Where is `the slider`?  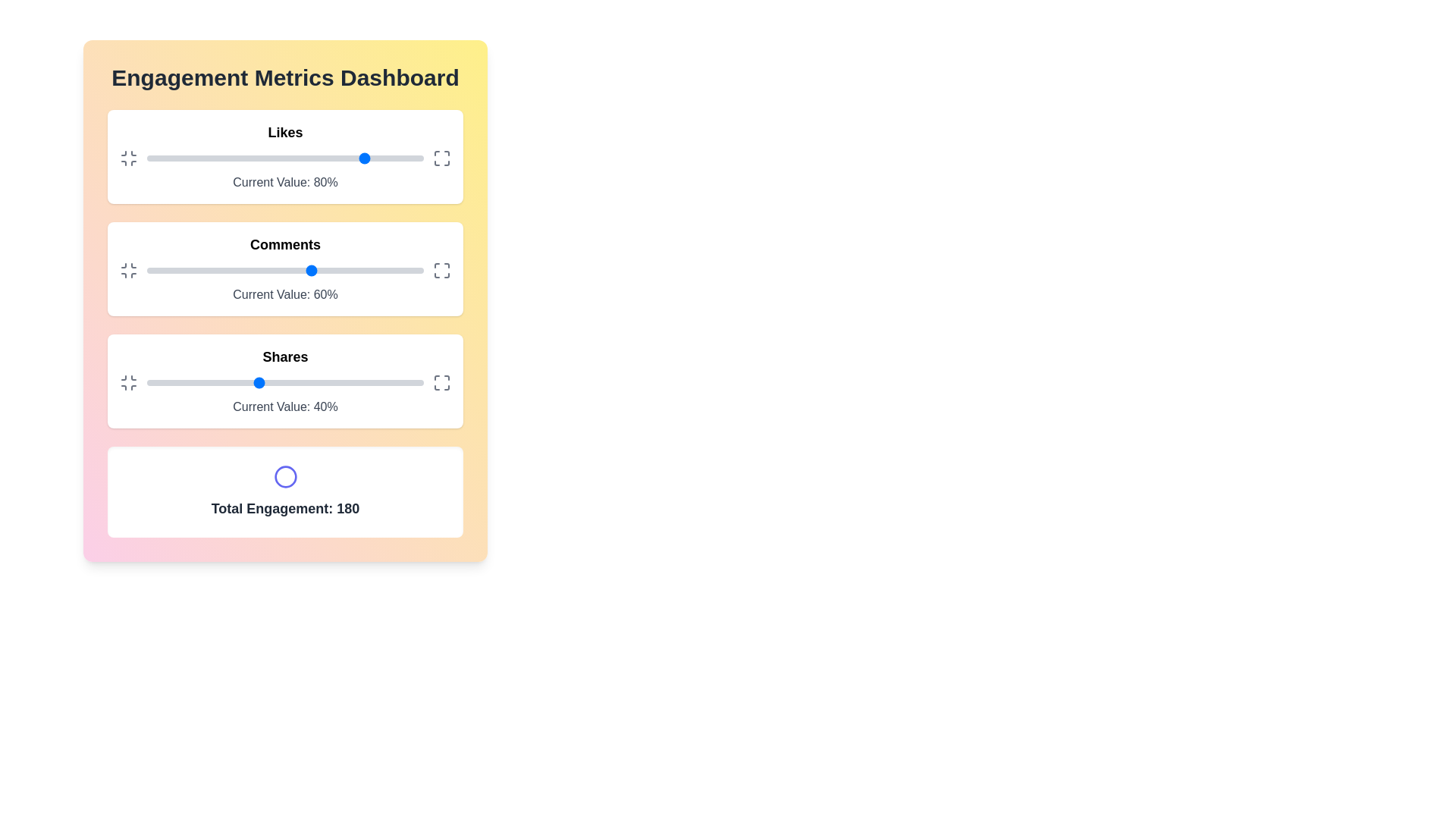
the slider is located at coordinates (371, 158).